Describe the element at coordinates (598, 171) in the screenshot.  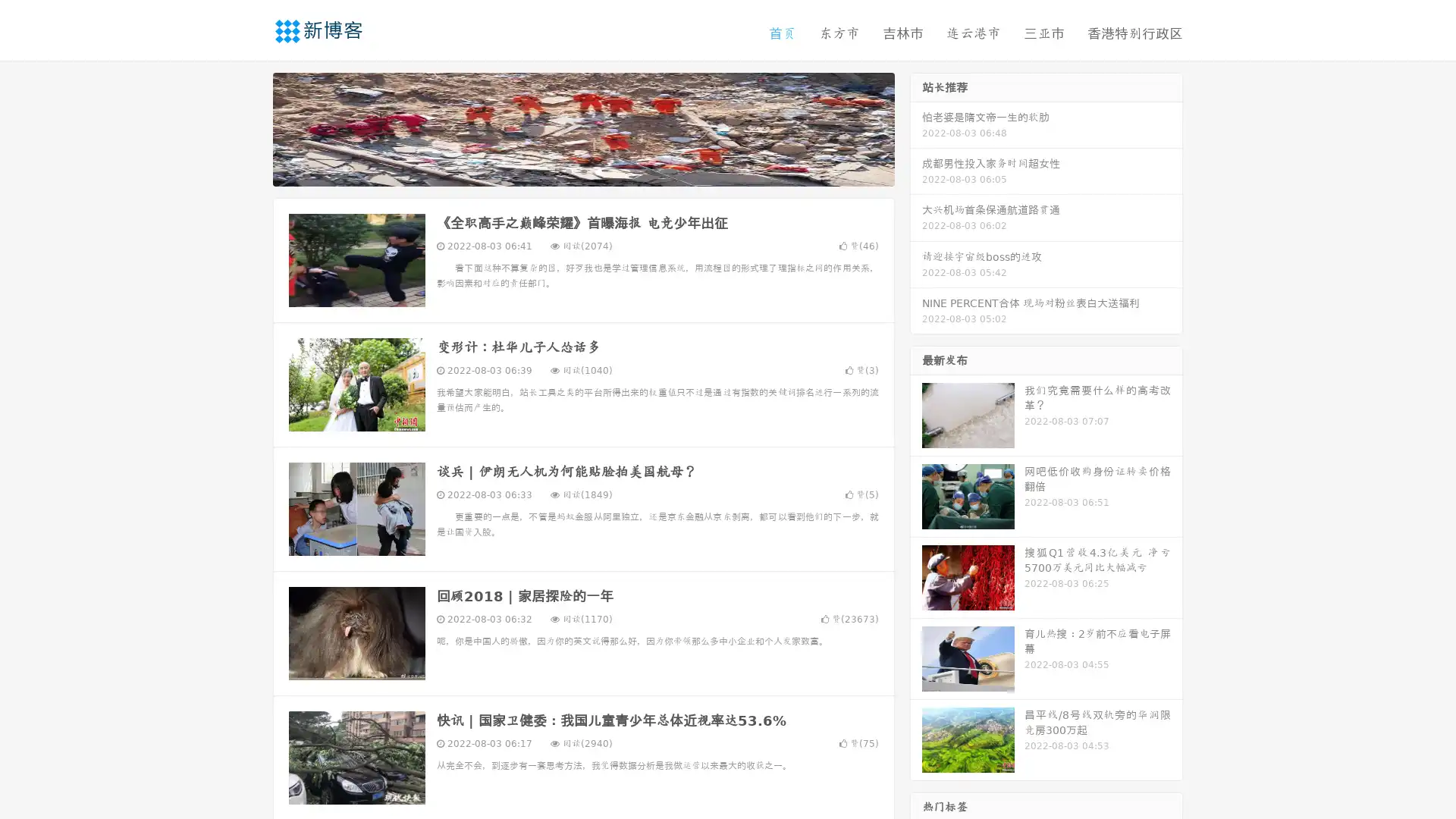
I see `Go to slide 3` at that location.